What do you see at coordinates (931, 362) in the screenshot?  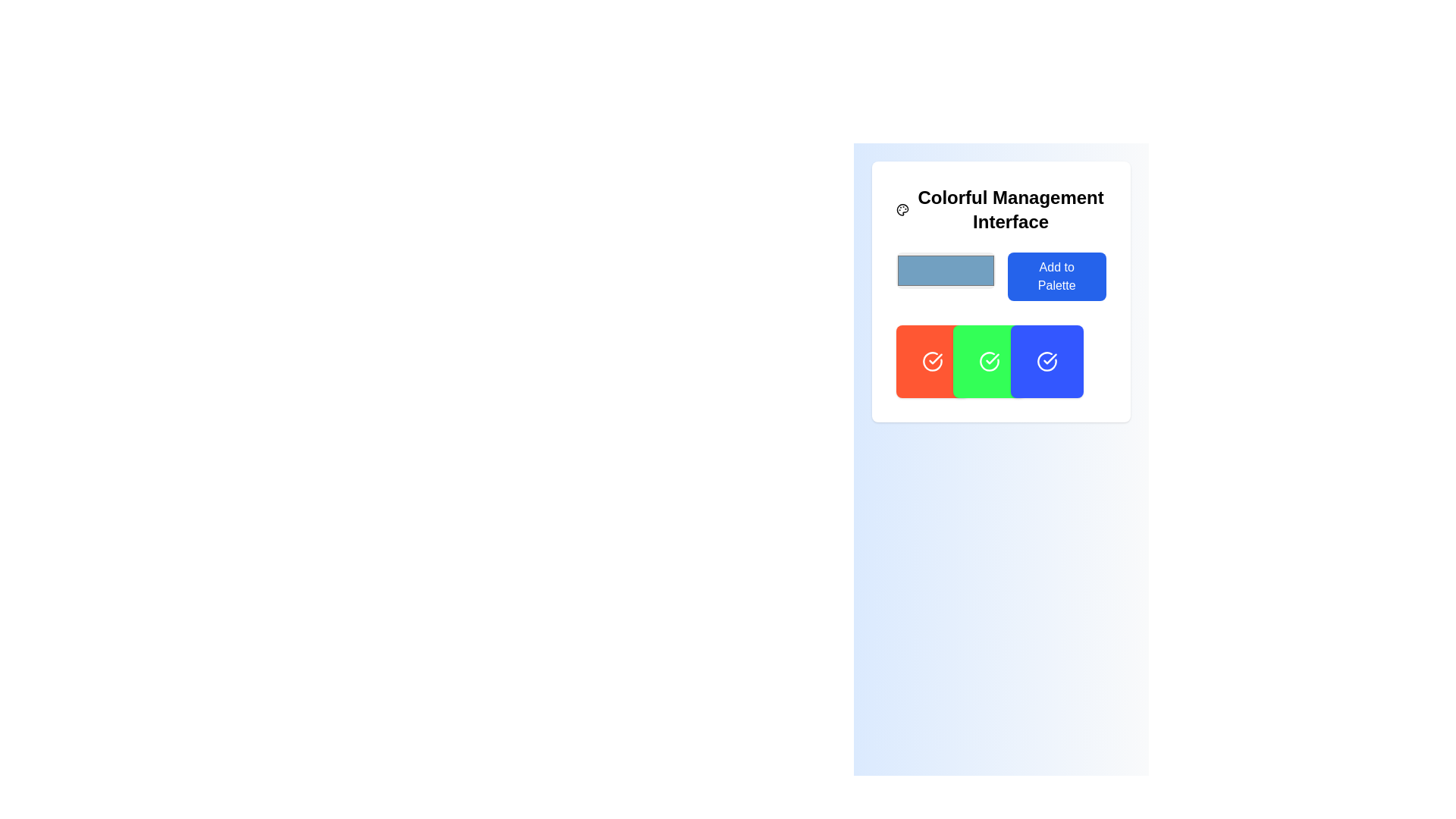 I see `the green square button that contains the circular design SVG icon to confirm the action` at bounding box center [931, 362].